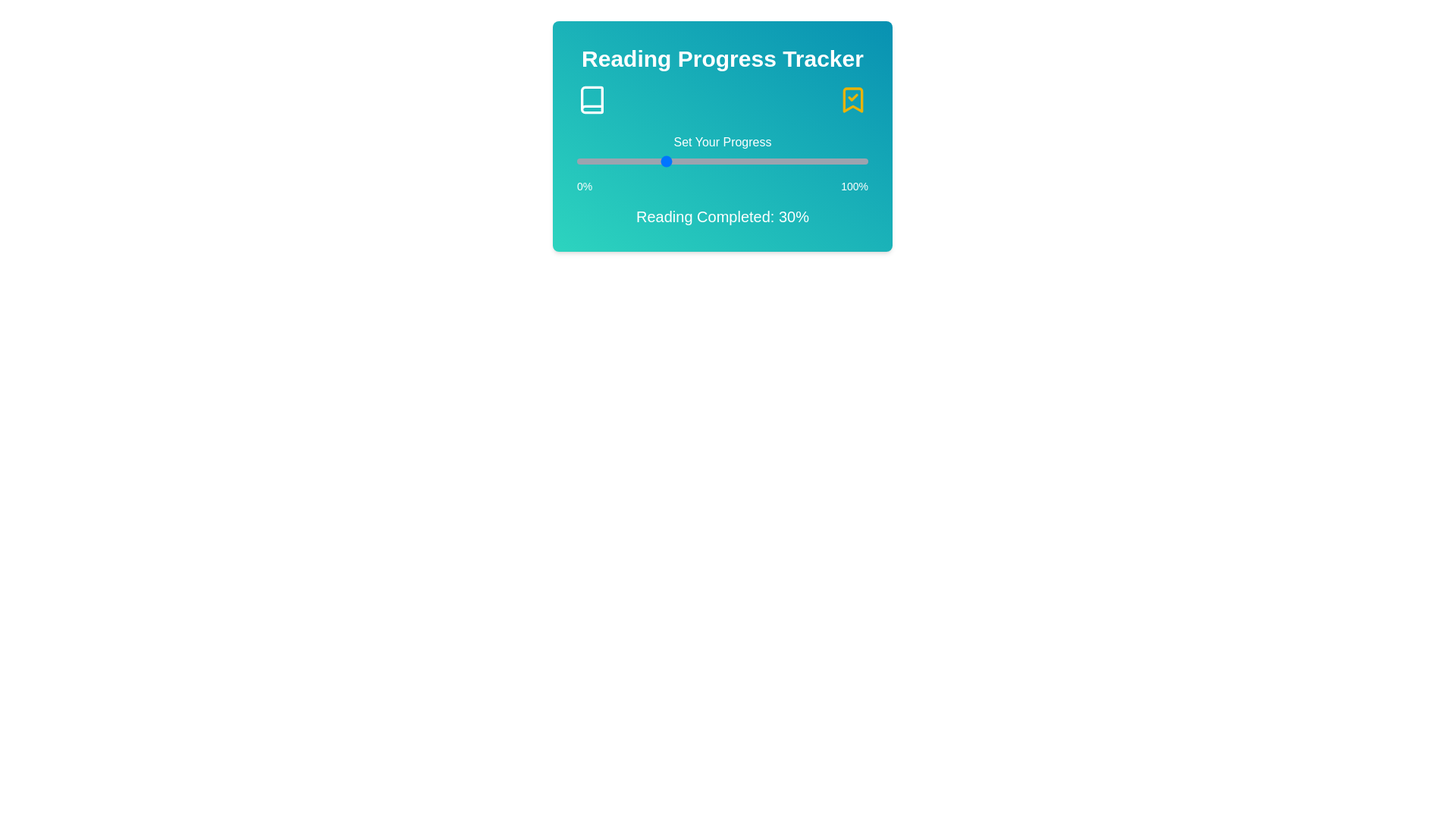  I want to click on the reading progress slider to 36%, so click(681, 161).